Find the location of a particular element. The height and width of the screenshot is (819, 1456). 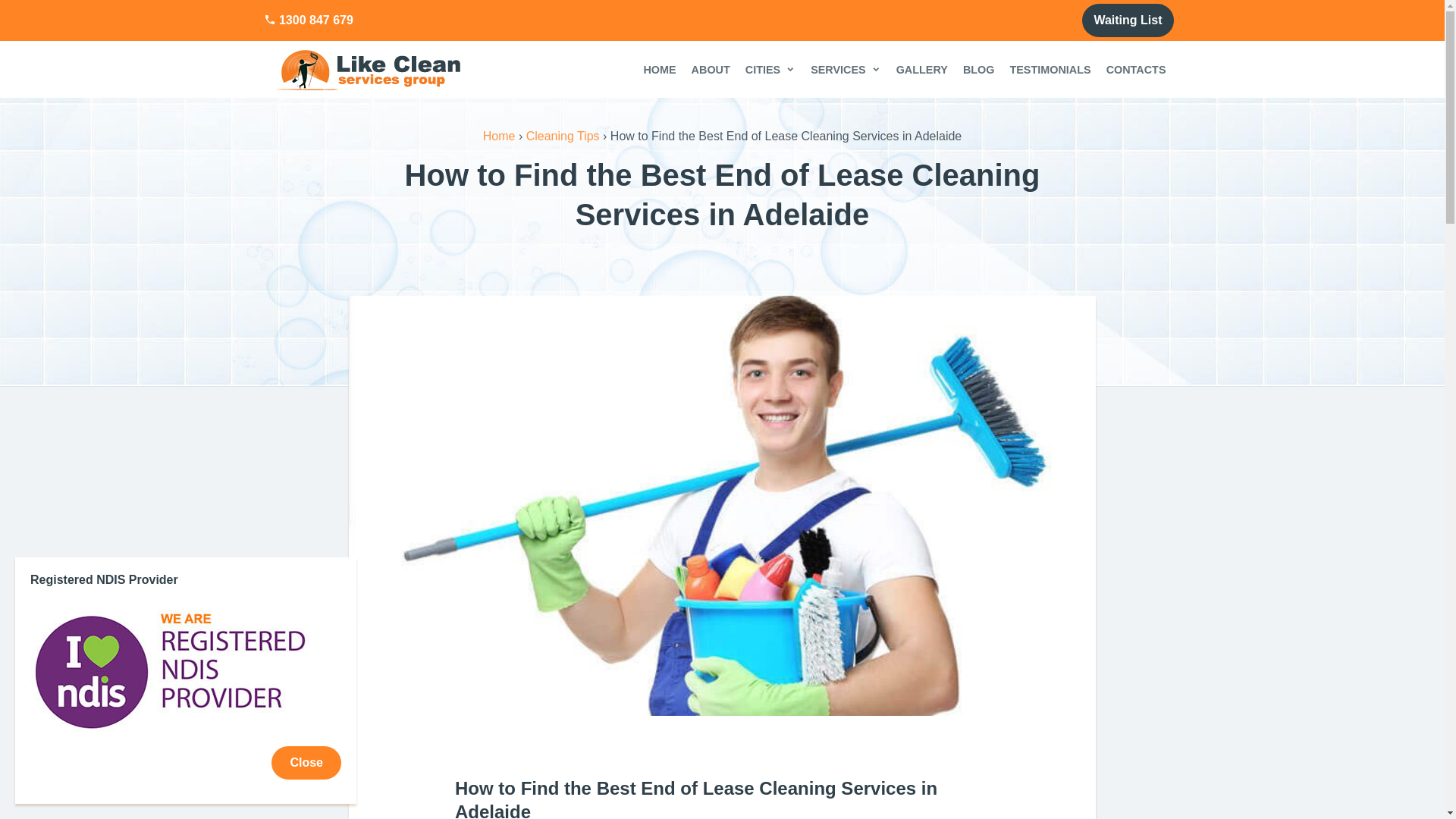

'HOME' is located at coordinates (659, 69).